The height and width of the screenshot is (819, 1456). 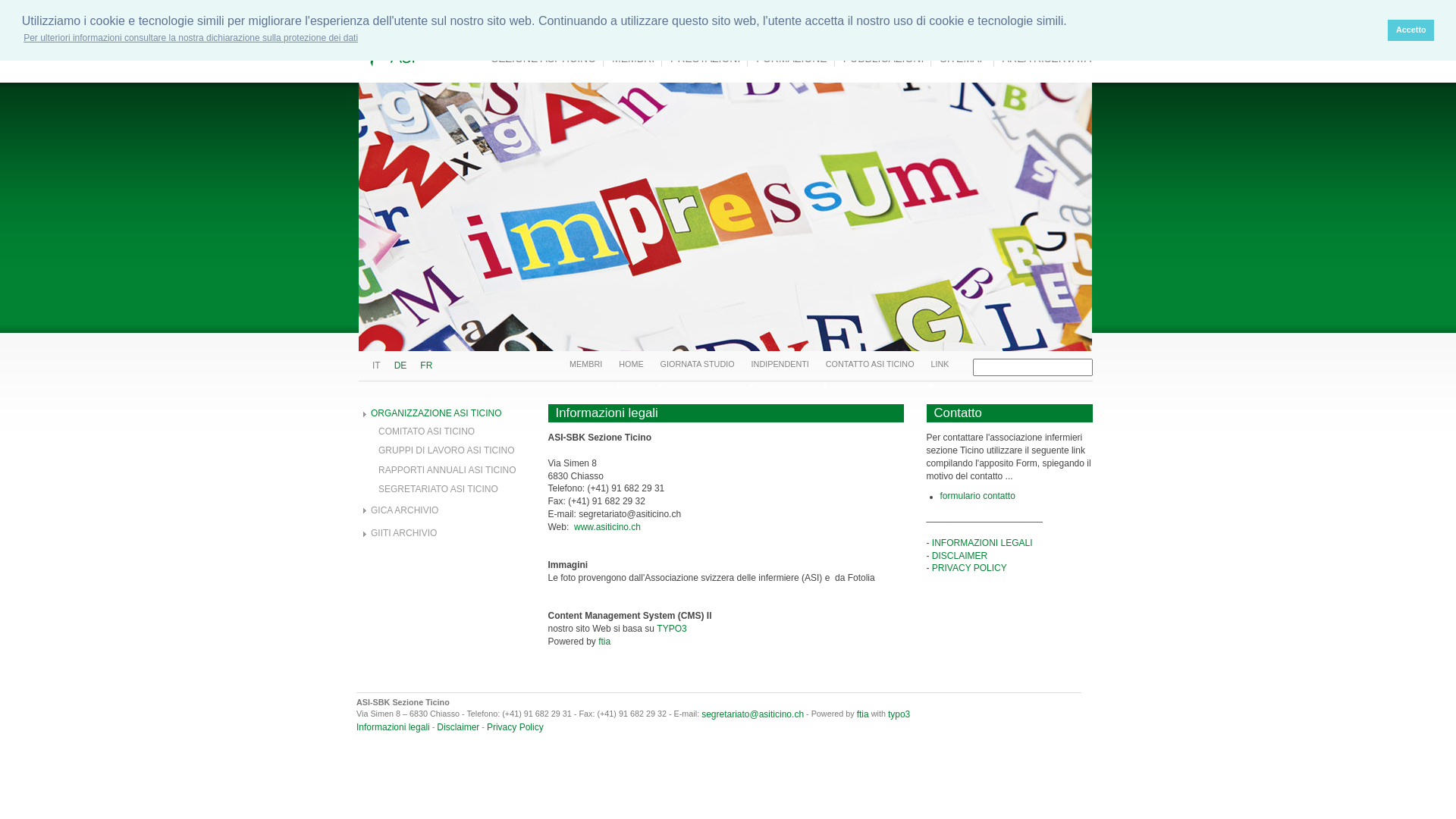 I want to click on 'LINK', so click(x=939, y=363).